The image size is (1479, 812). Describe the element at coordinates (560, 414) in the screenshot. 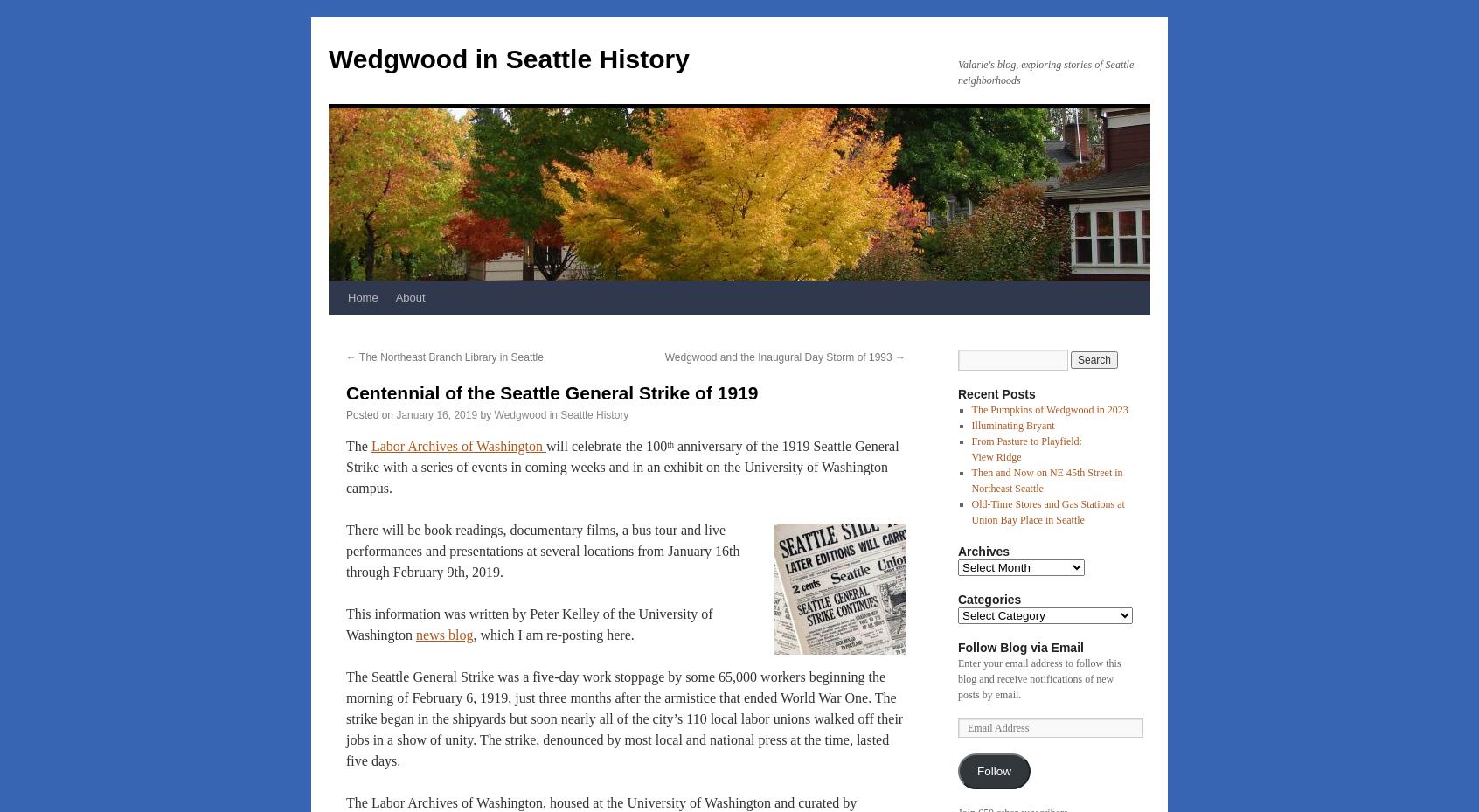

I see `'Wedgwood in Seattle History'` at that location.